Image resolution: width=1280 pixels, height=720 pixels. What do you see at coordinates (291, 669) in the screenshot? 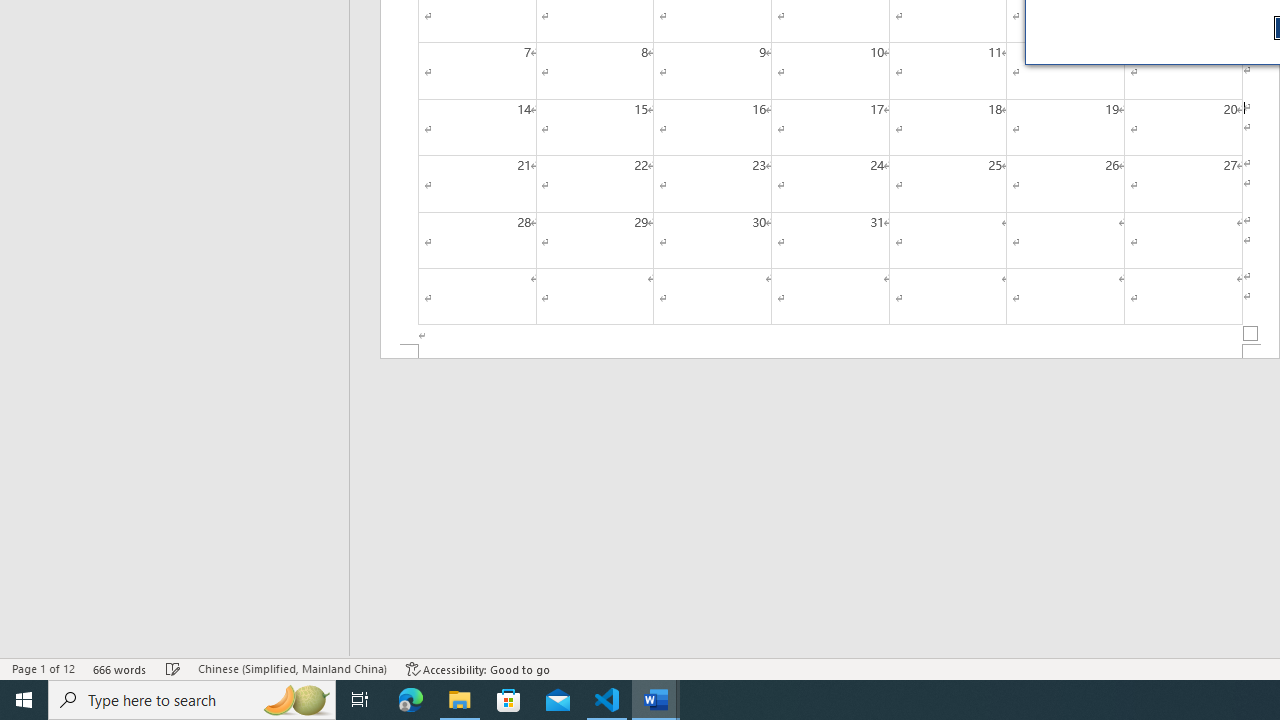
I see `'Language Chinese (Simplified, Mainland China)'` at bounding box center [291, 669].